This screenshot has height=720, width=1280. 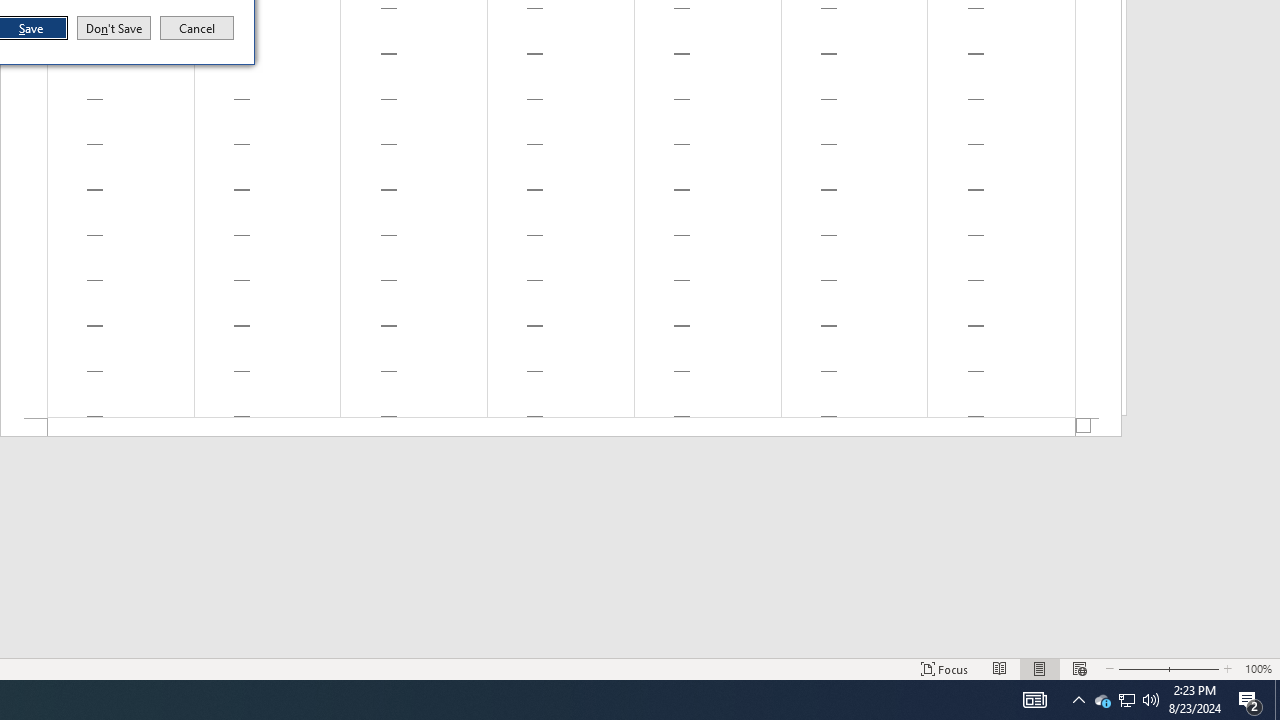 What do you see at coordinates (197, 28) in the screenshot?
I see `'Cancel'` at bounding box center [197, 28].